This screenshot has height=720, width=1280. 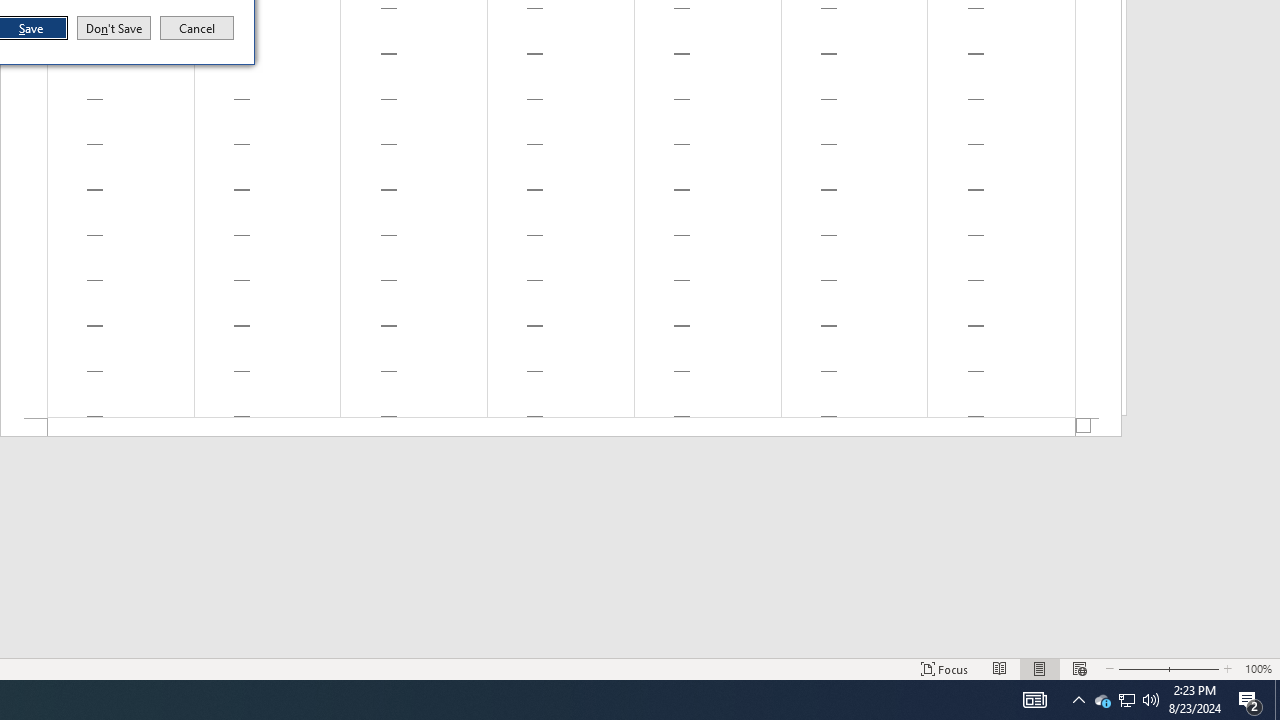 What do you see at coordinates (197, 28) in the screenshot?
I see `'Cancel'` at bounding box center [197, 28].